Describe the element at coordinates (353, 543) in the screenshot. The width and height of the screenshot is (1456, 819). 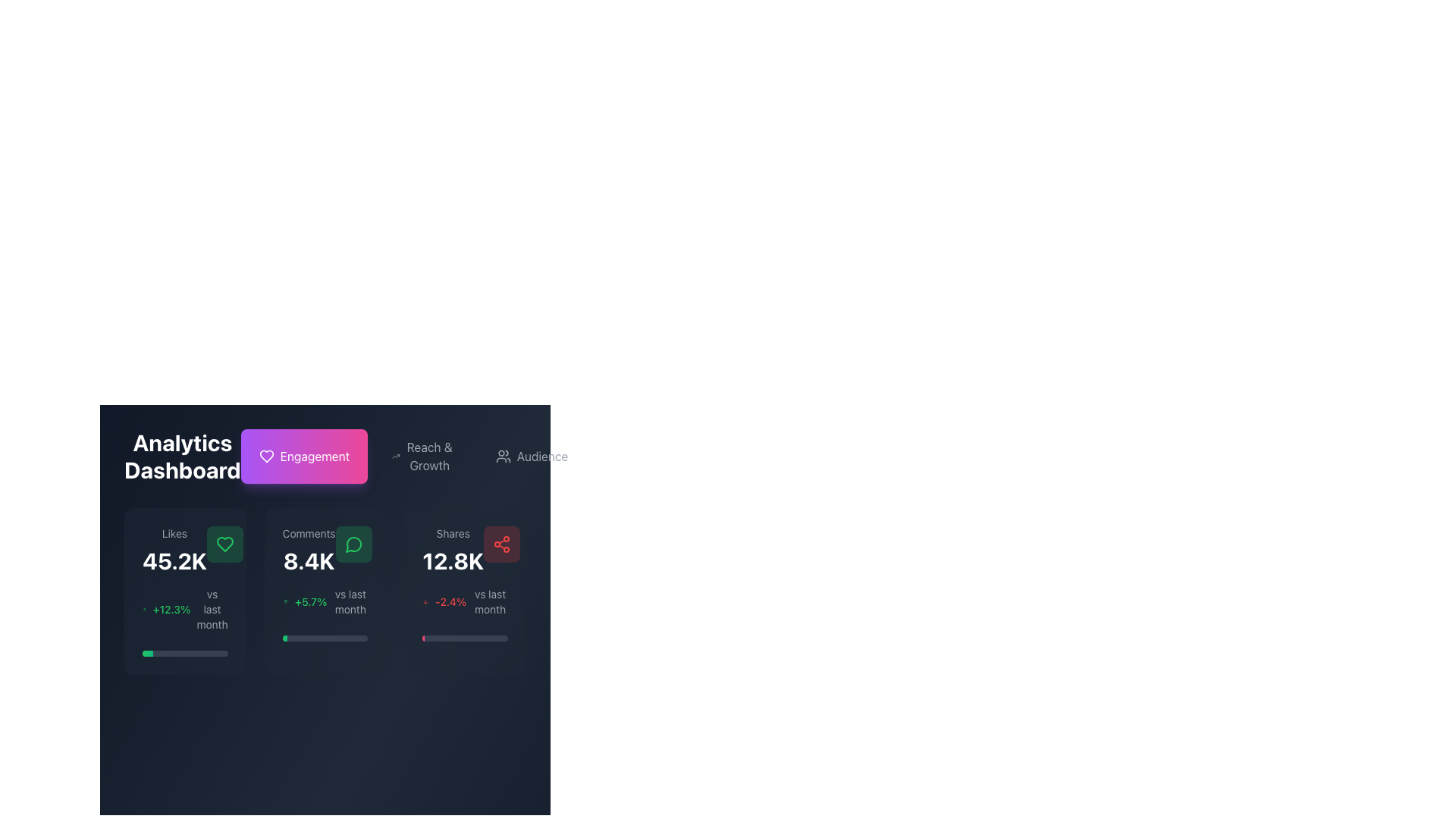
I see `the circular green speech bubble icon located in the 'Comments' section of the analytics dashboard, which has a transparent background and is outlined with a green stroke` at that location.